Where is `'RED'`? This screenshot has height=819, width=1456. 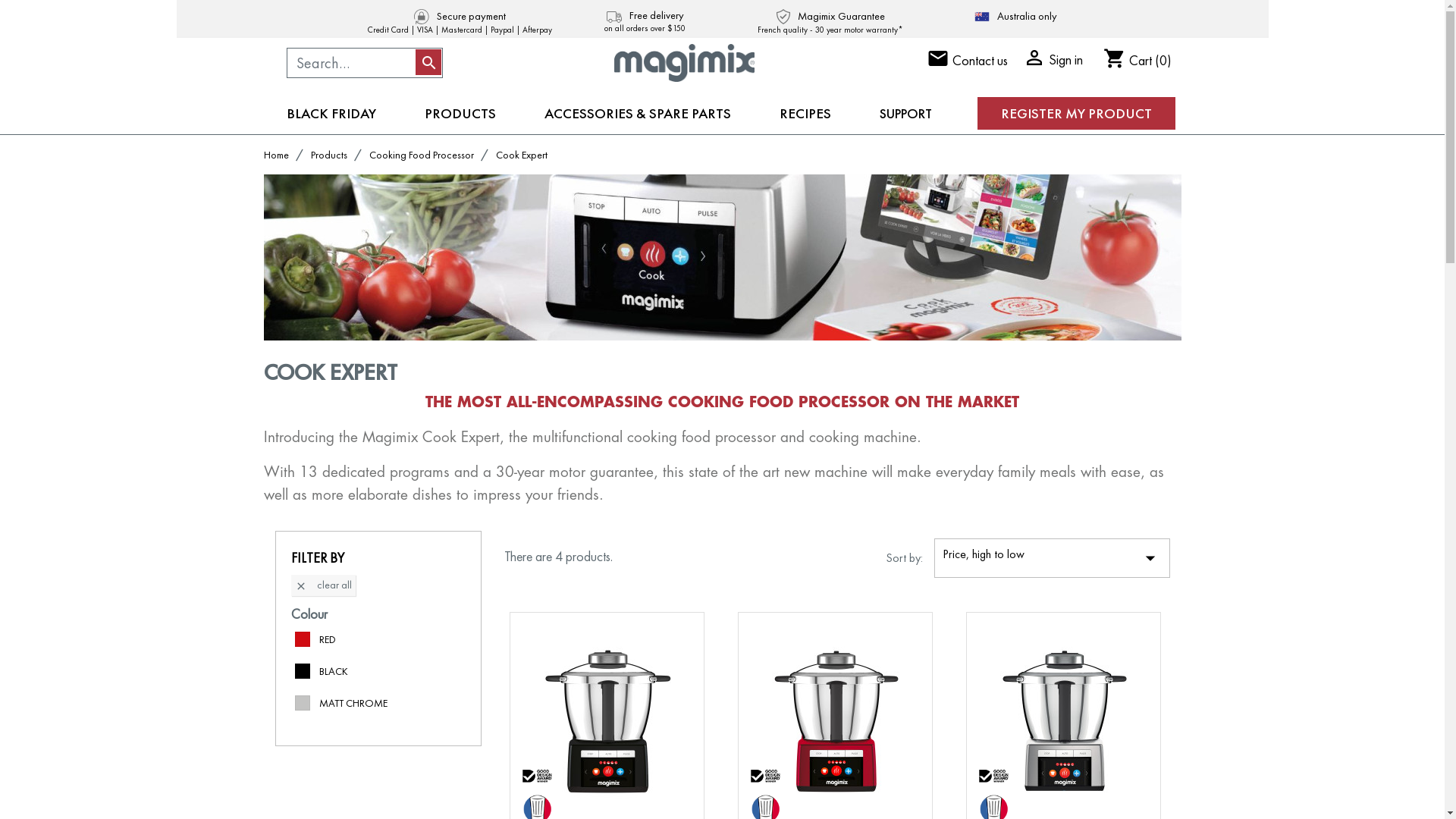 'RED' is located at coordinates (326, 639).